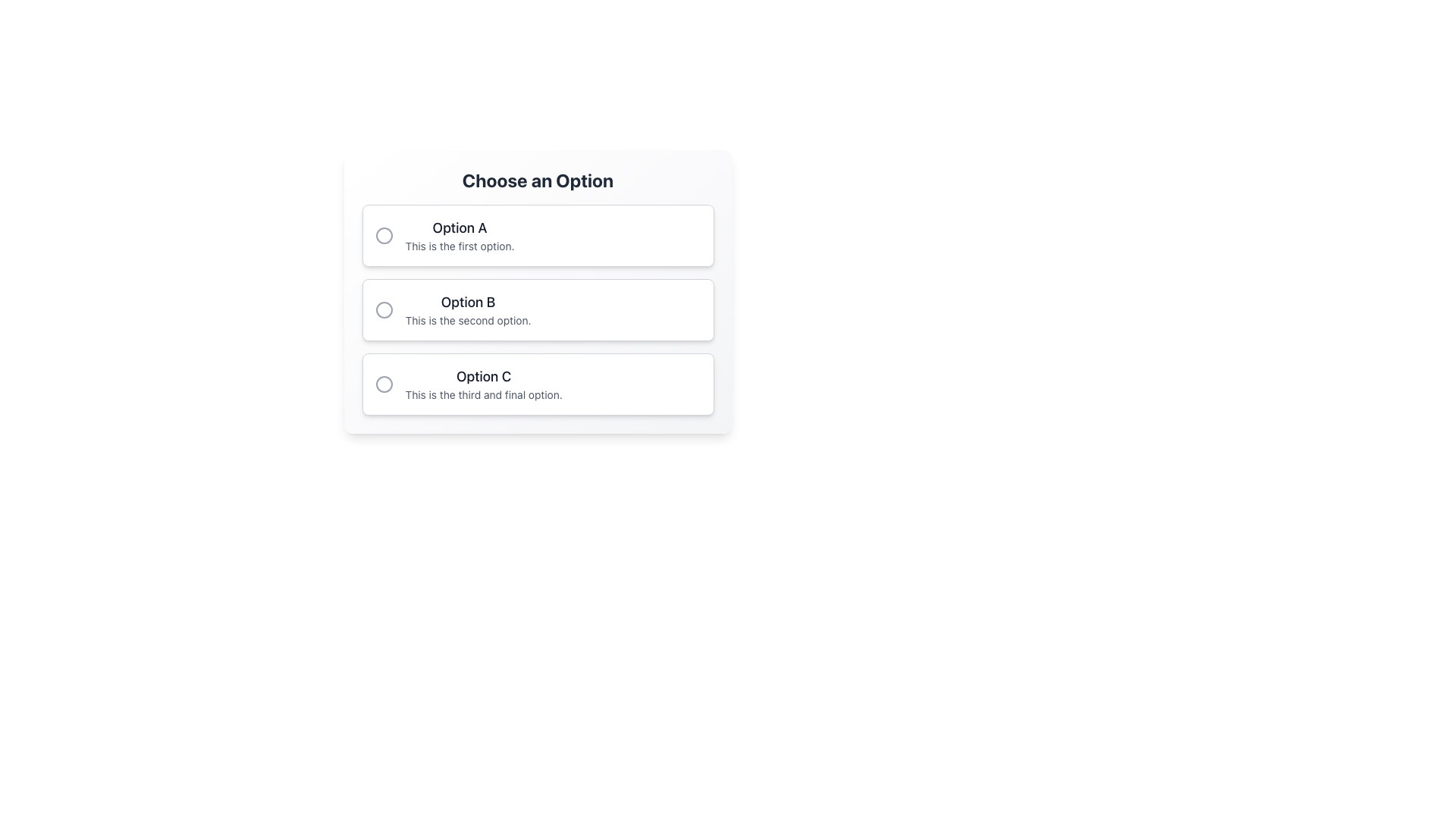 The image size is (1456, 819). Describe the element at coordinates (384, 309) in the screenshot. I see `the unselected radio button located in the second option row next to the text label 'Option B'` at that location.